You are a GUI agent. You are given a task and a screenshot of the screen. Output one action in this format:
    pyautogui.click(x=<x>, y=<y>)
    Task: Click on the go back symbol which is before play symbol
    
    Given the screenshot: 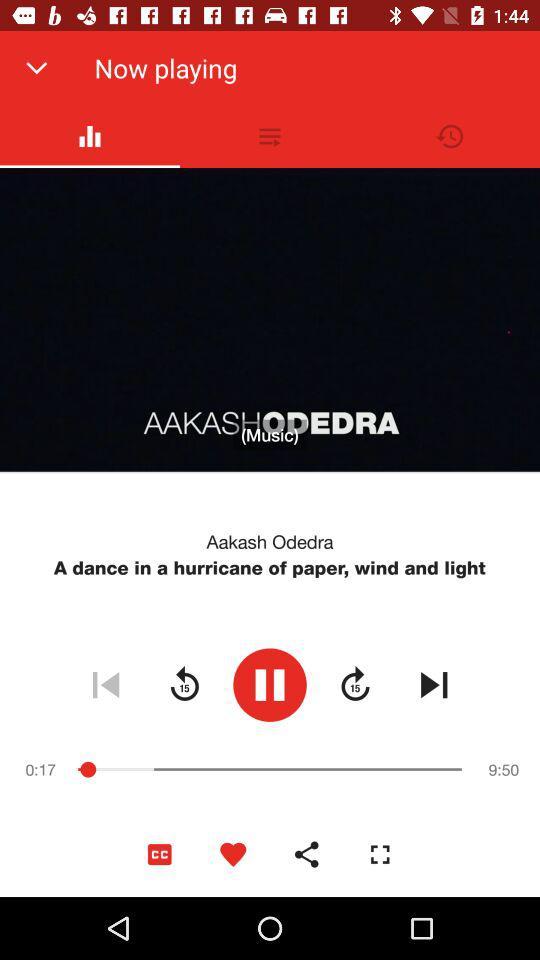 What is the action you would take?
    pyautogui.click(x=185, y=684)
    